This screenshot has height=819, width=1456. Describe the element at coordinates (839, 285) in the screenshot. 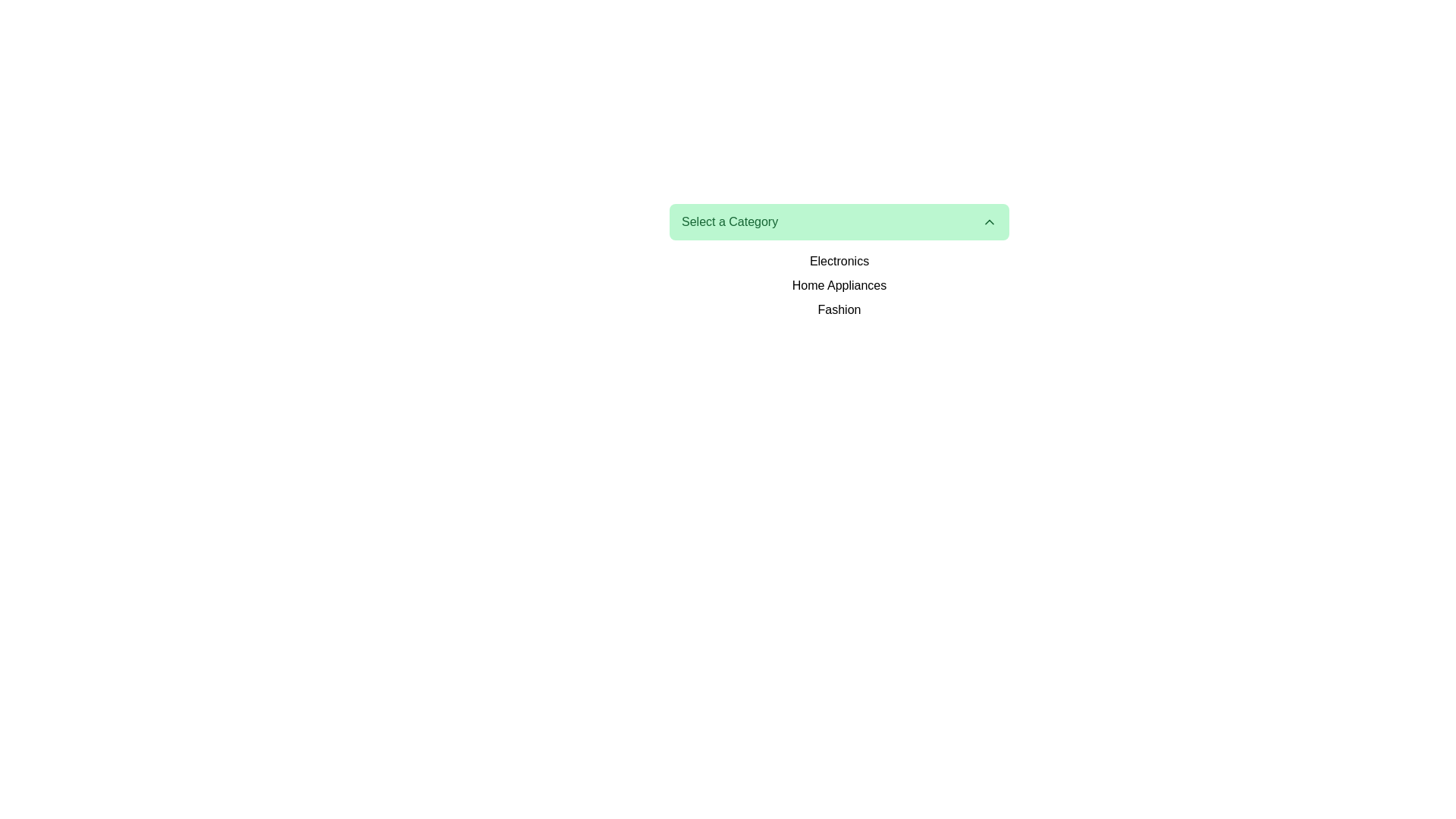

I see `the 'Home Appliances' text label in the dropdown menu` at that location.